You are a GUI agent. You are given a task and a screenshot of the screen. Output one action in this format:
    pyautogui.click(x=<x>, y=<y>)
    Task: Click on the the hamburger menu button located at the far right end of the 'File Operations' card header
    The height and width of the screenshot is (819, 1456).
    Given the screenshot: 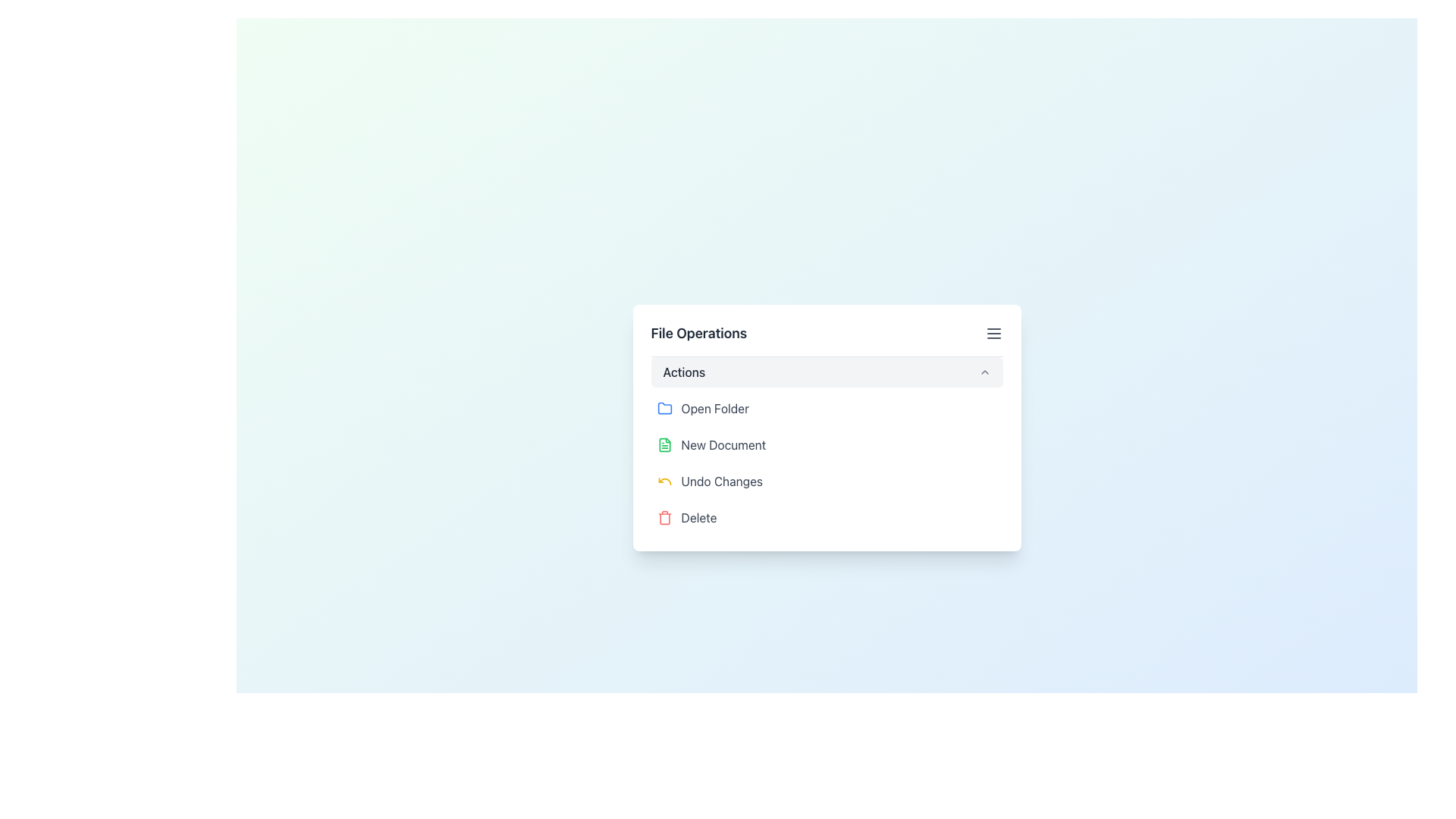 What is the action you would take?
    pyautogui.click(x=993, y=332)
    